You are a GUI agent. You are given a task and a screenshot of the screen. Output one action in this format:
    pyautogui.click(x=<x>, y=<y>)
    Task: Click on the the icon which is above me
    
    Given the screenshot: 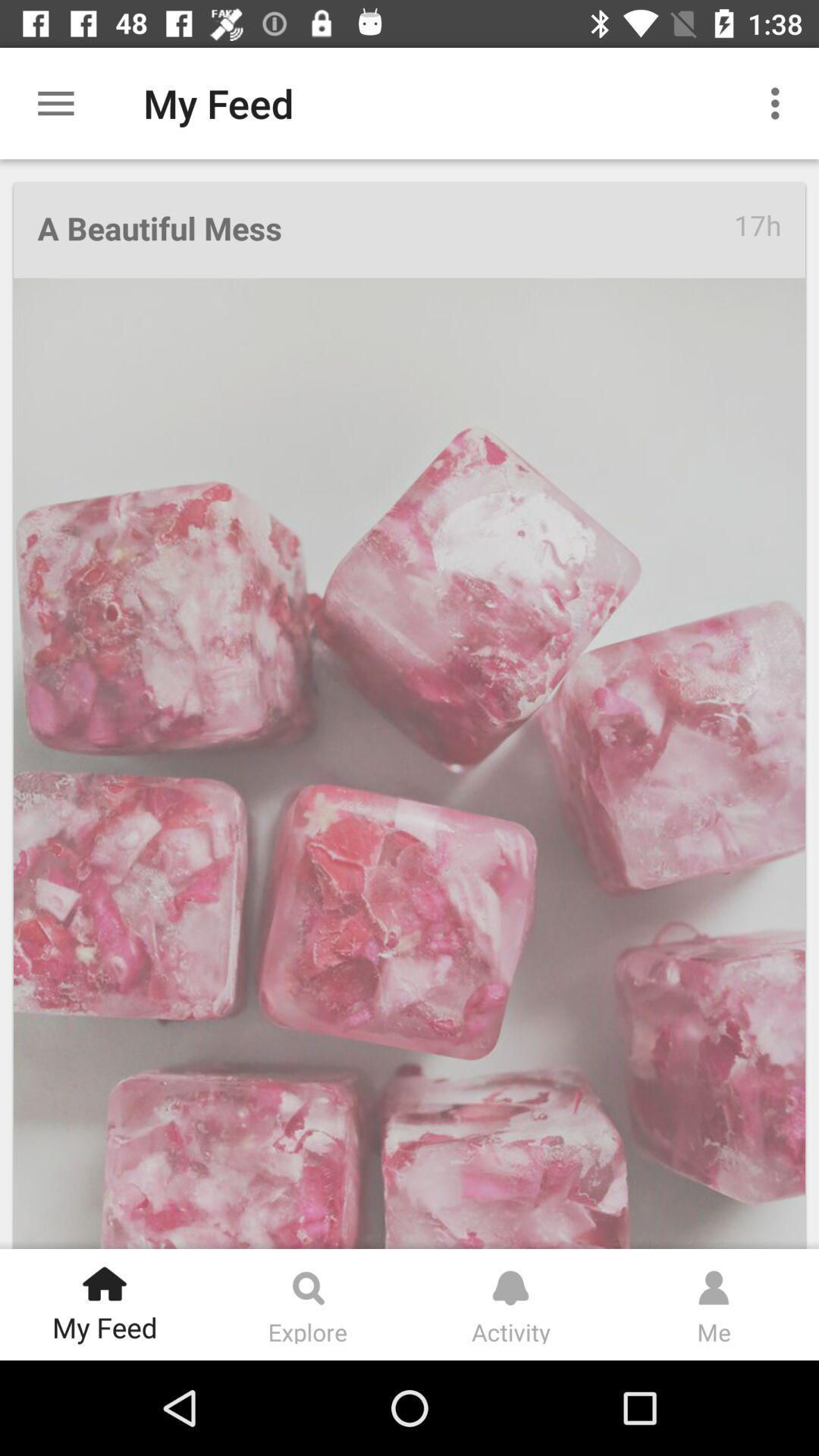 What is the action you would take?
    pyautogui.click(x=714, y=1280)
    